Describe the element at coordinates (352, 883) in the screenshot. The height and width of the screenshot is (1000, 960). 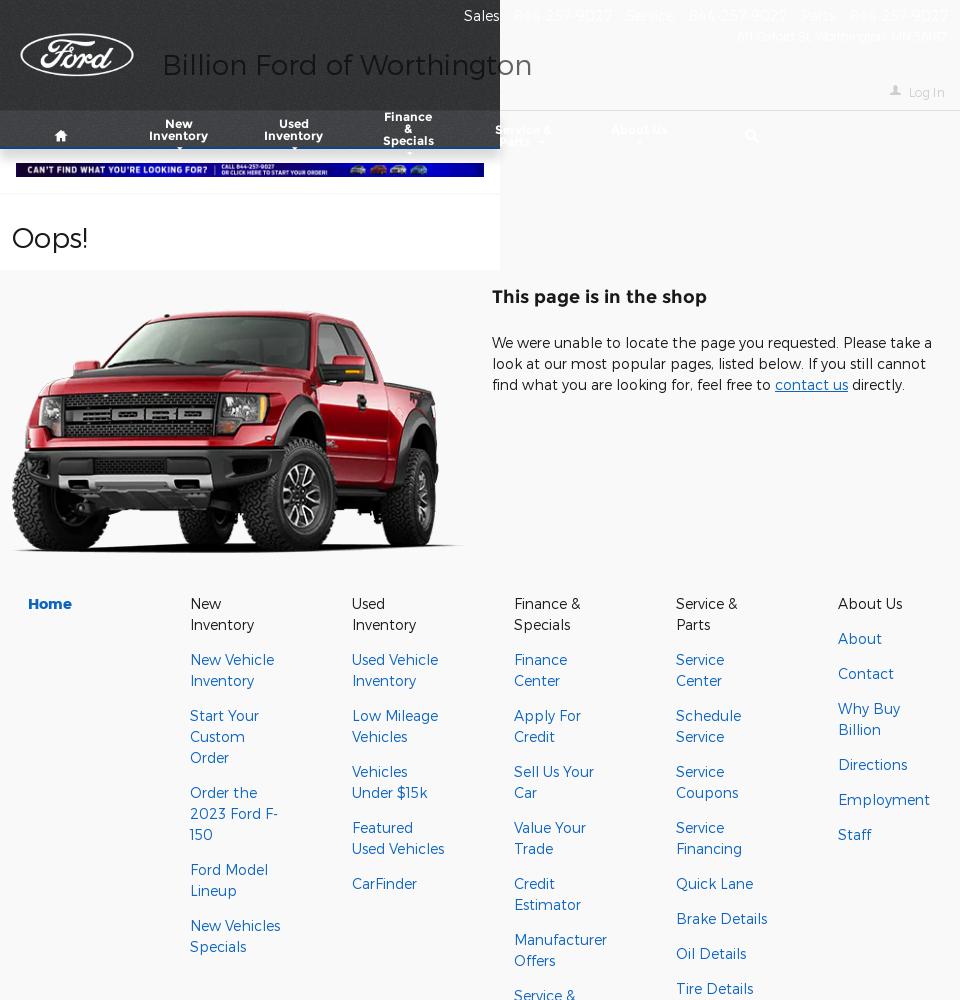
I see `'CarFinder'` at that location.